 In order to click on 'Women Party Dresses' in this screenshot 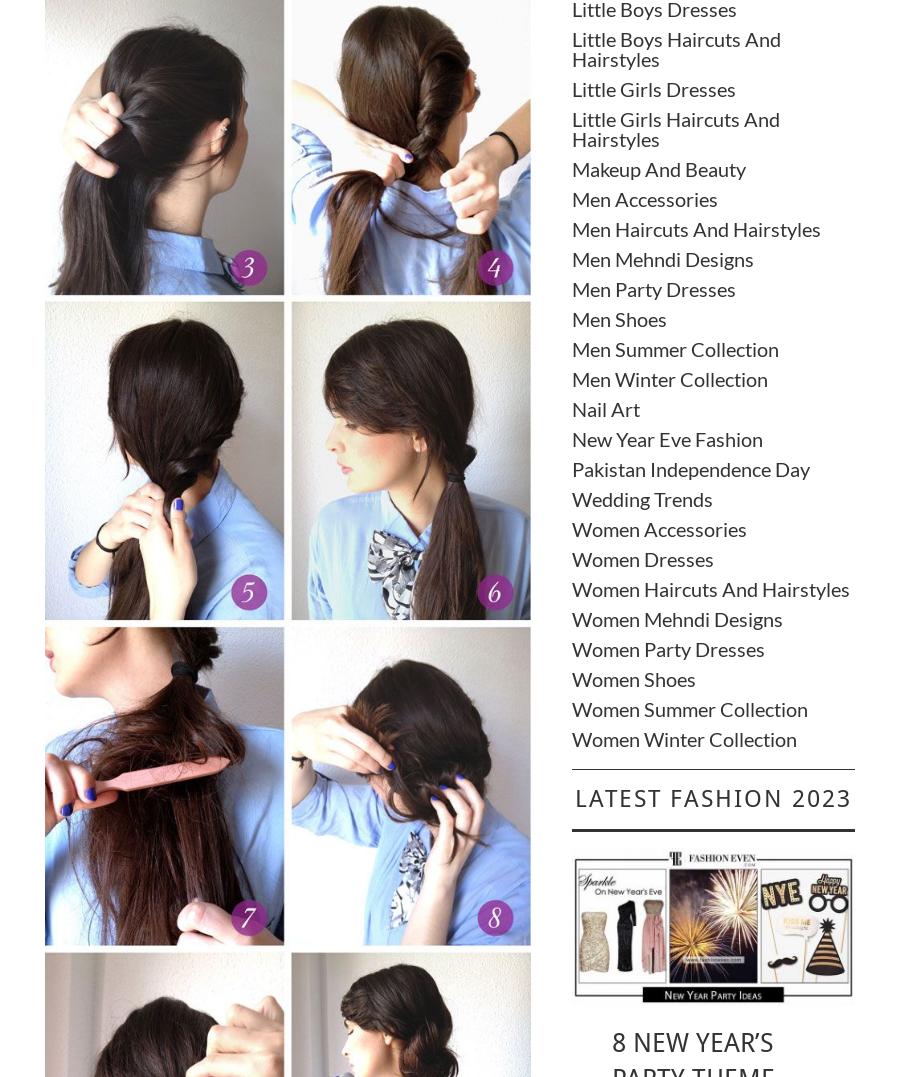, I will do `click(570, 648)`.